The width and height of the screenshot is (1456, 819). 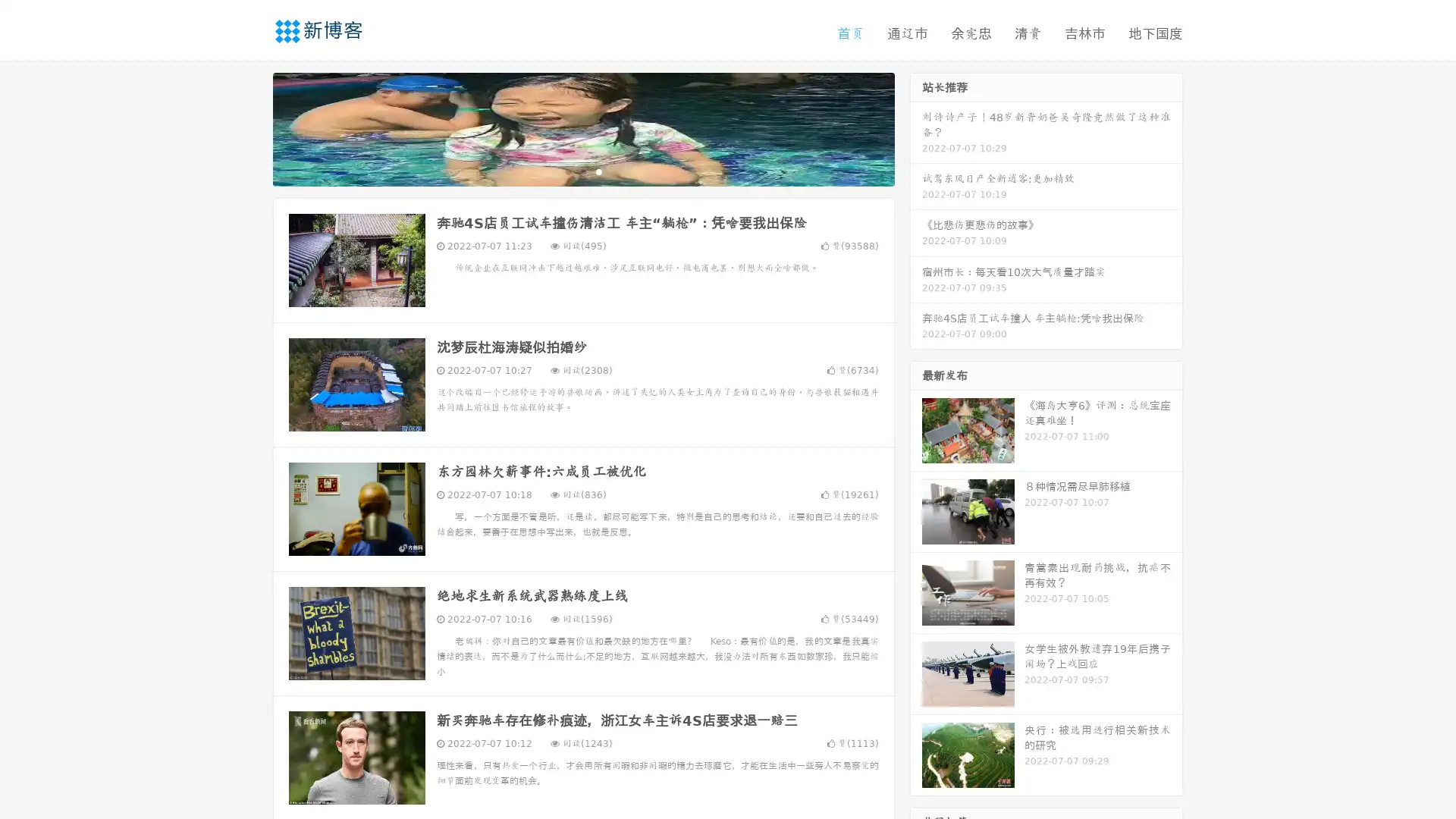 What do you see at coordinates (916, 127) in the screenshot?
I see `Next slide` at bounding box center [916, 127].